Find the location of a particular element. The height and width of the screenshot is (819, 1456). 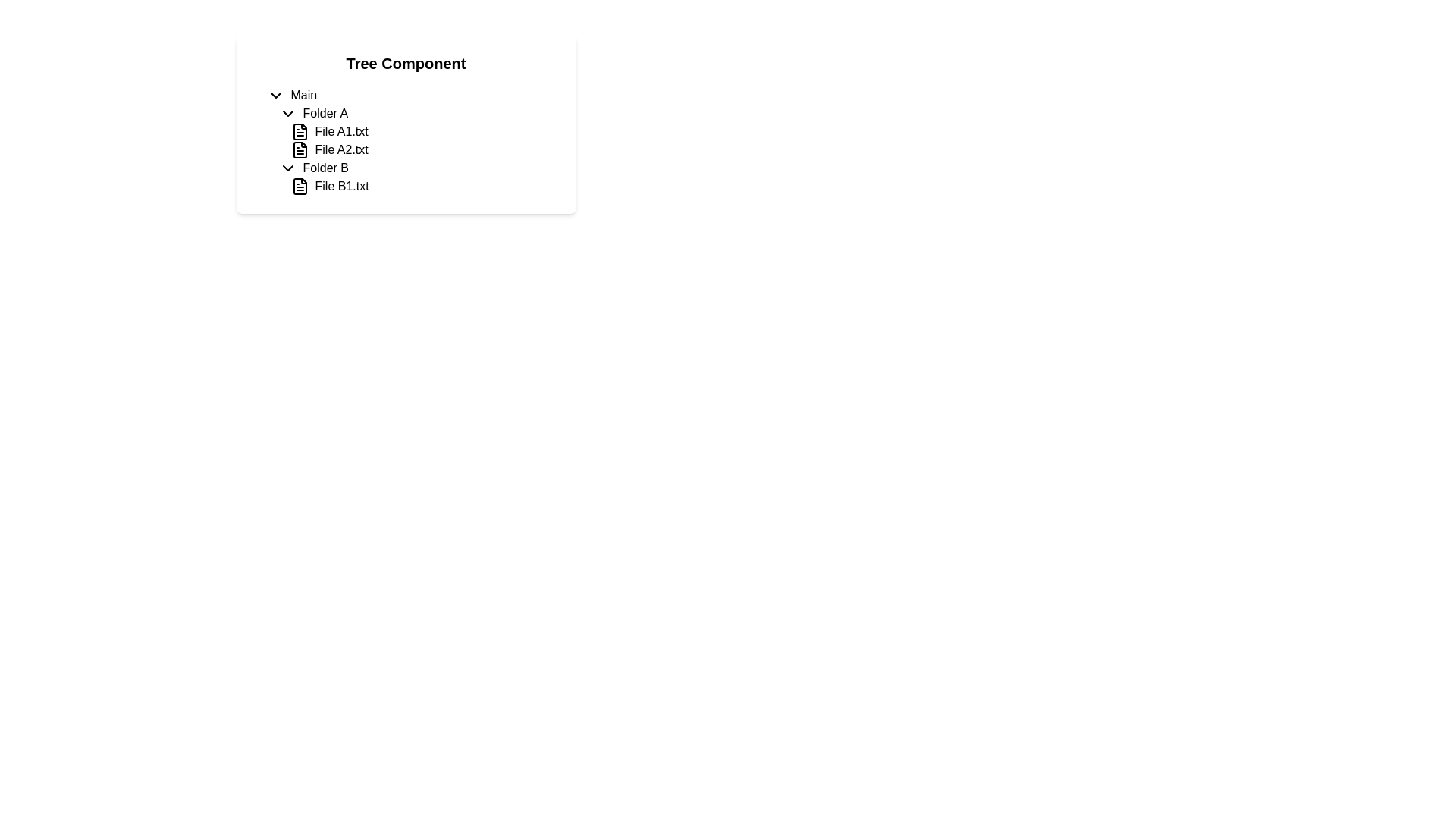

the text label representing the file named 'File B1.txt' is located at coordinates (341, 186).